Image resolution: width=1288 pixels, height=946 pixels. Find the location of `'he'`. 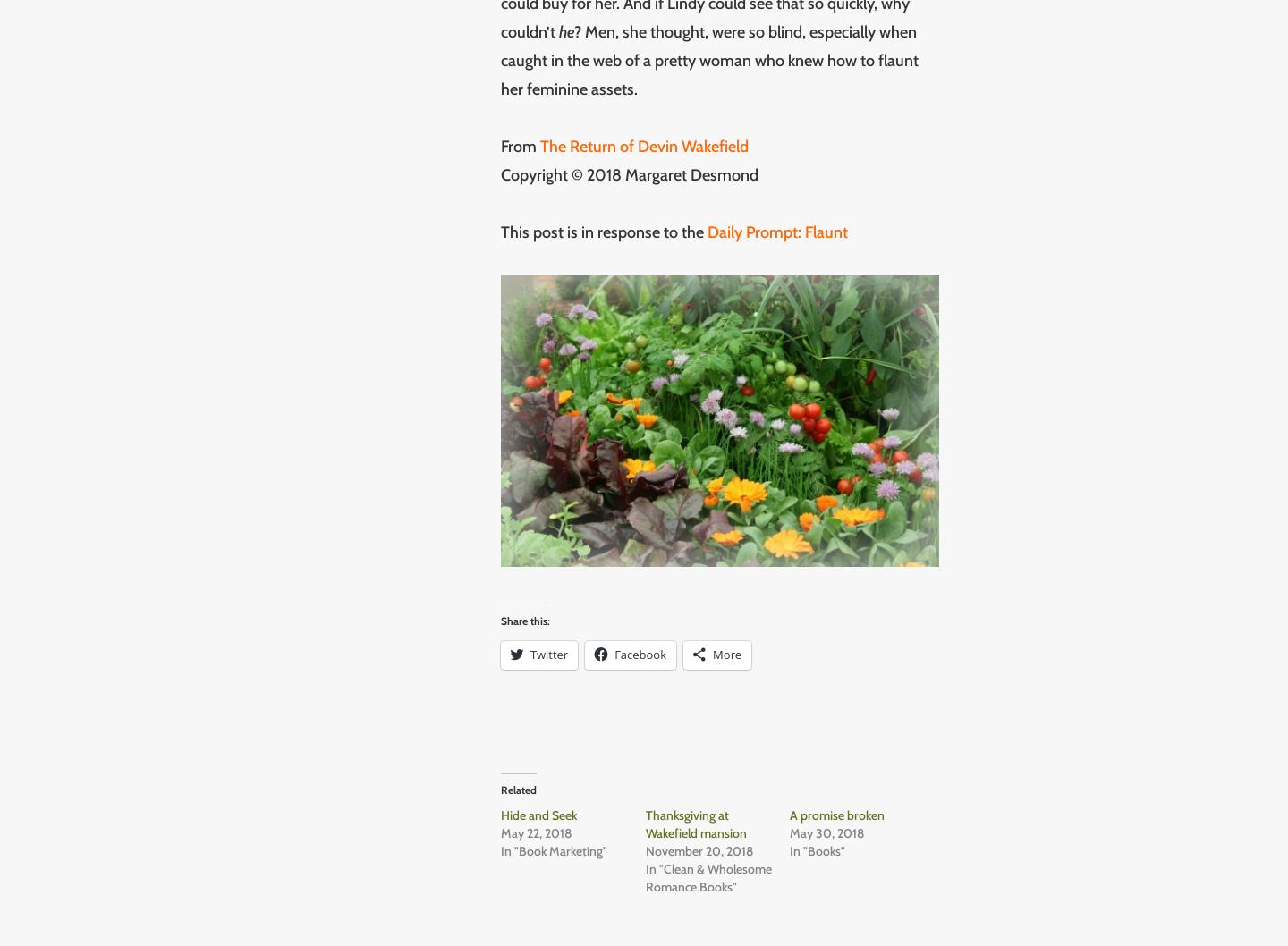

'he' is located at coordinates (565, 31).